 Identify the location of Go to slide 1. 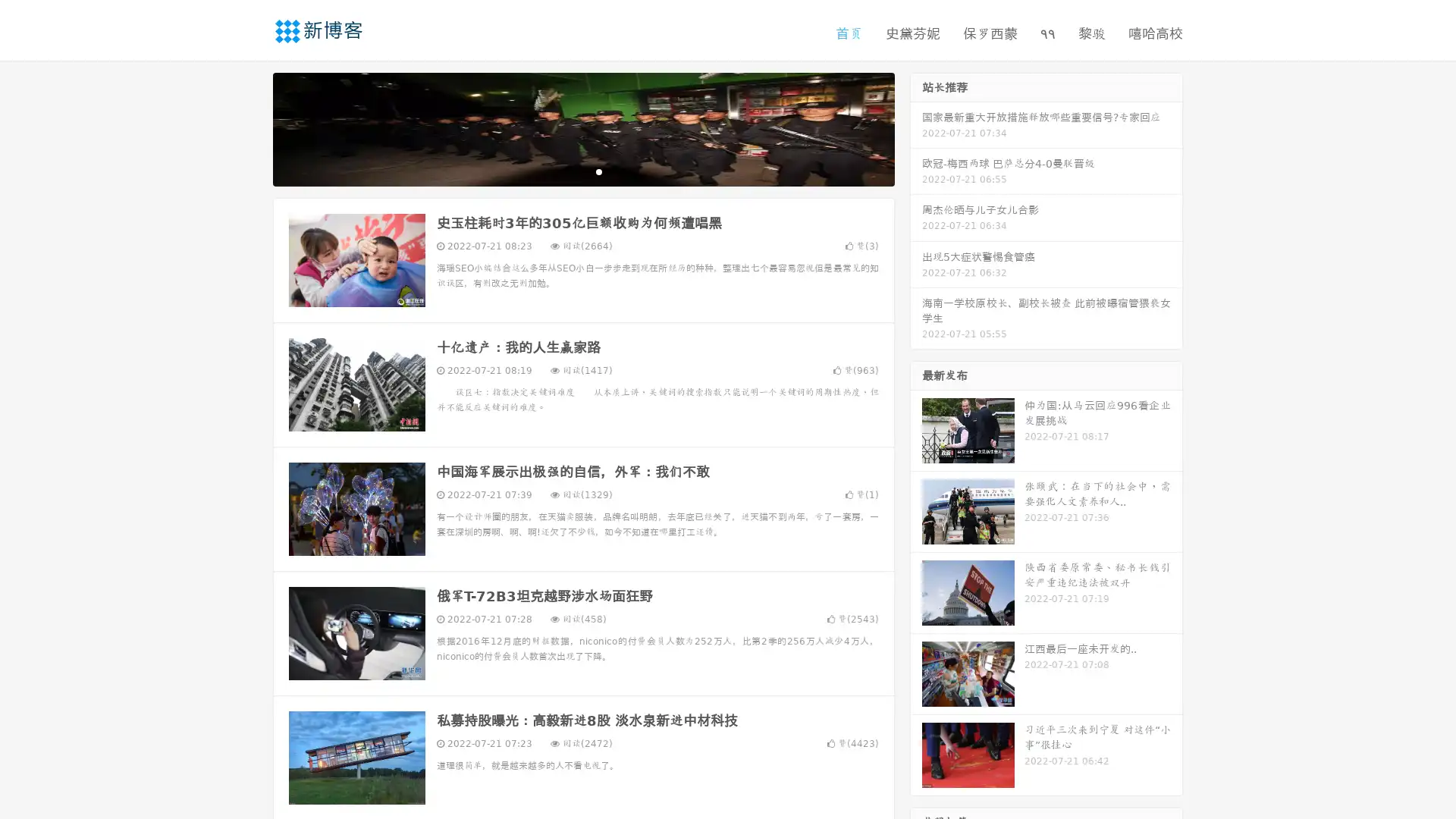
(567, 171).